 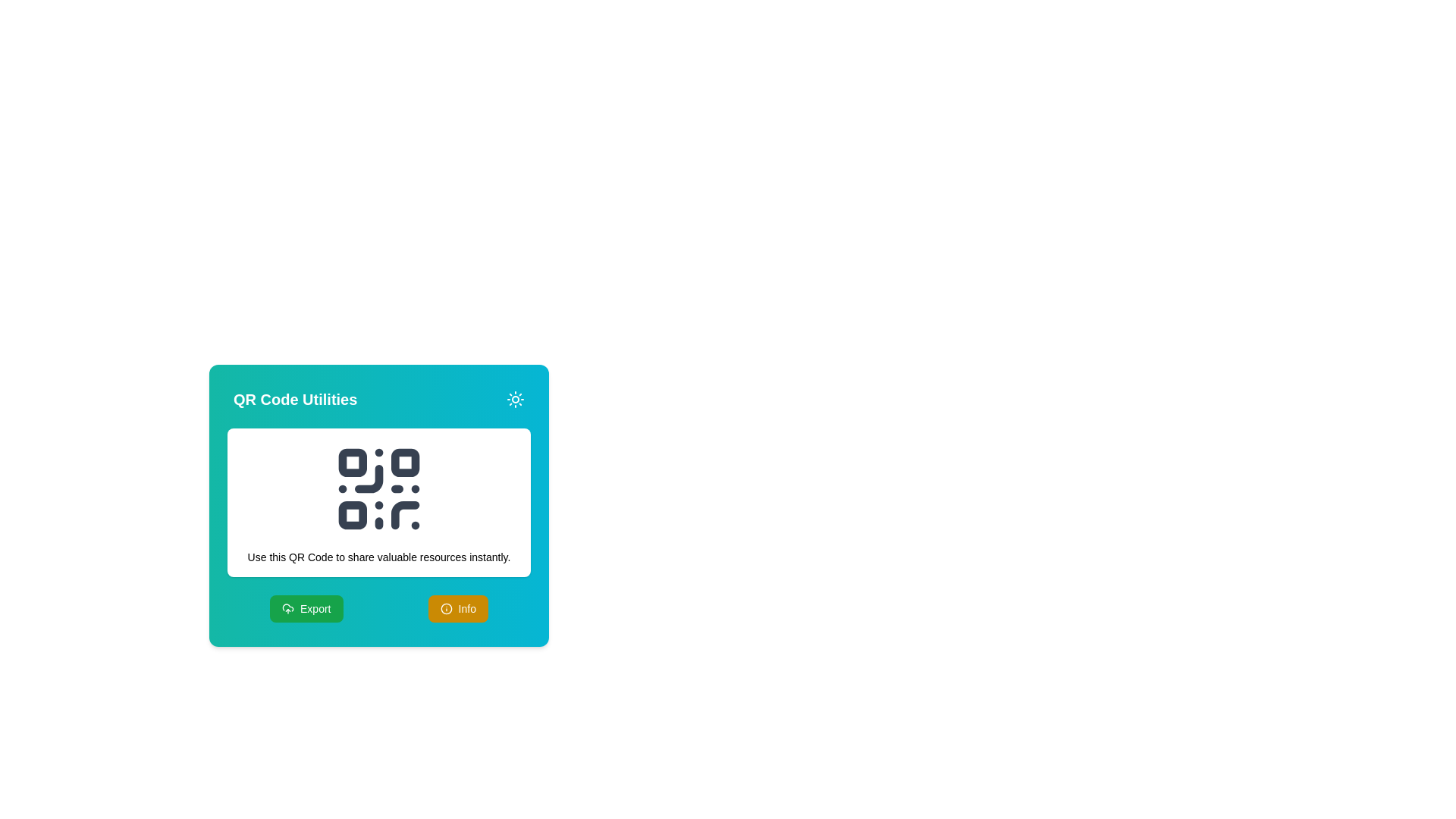 What do you see at coordinates (457, 607) in the screenshot?
I see `the 'Info' button with a muted yellow background and a circled letter 'i' icon` at bounding box center [457, 607].